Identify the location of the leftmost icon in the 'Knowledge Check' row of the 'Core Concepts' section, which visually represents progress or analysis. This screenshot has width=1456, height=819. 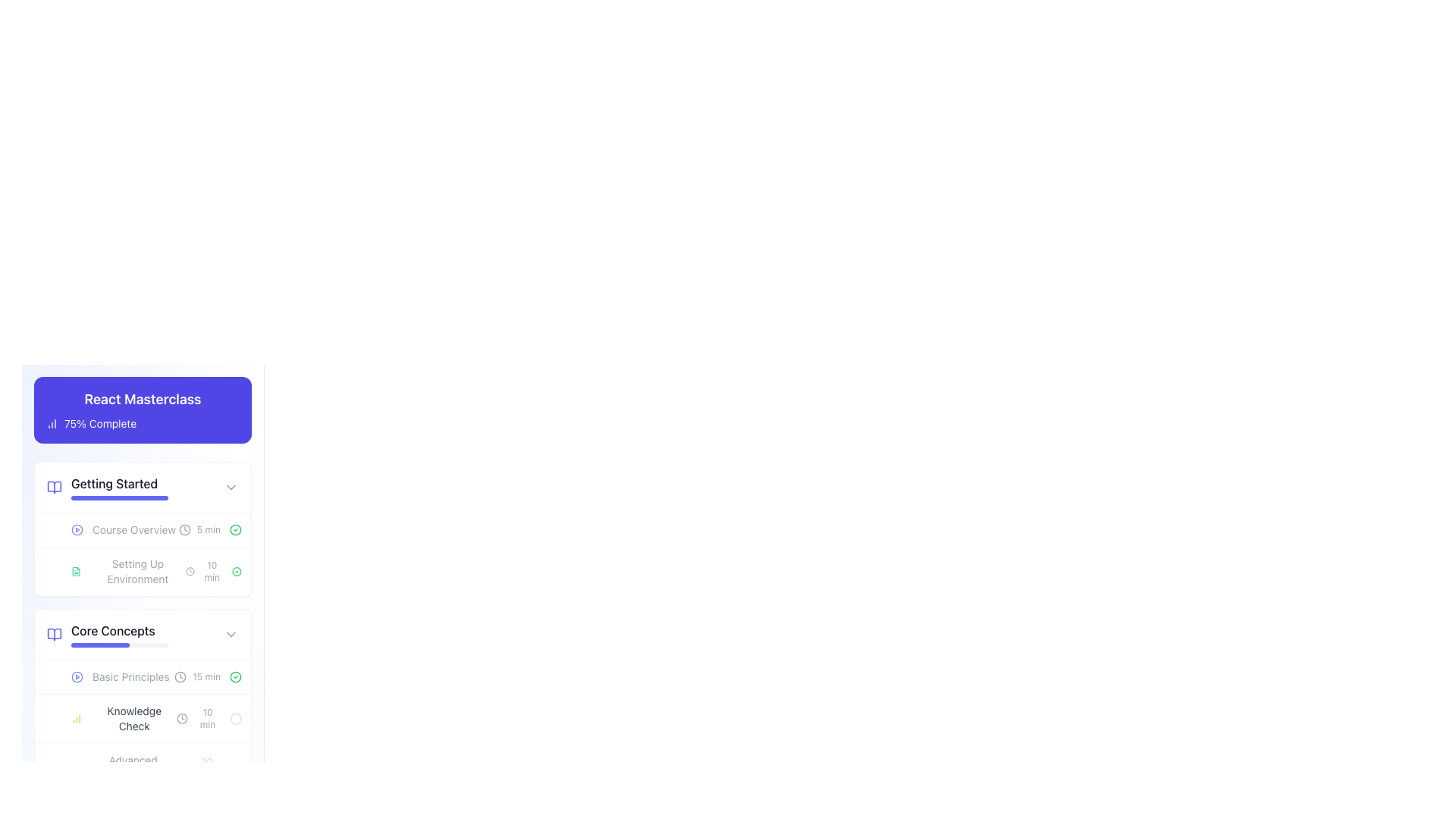
(76, 718).